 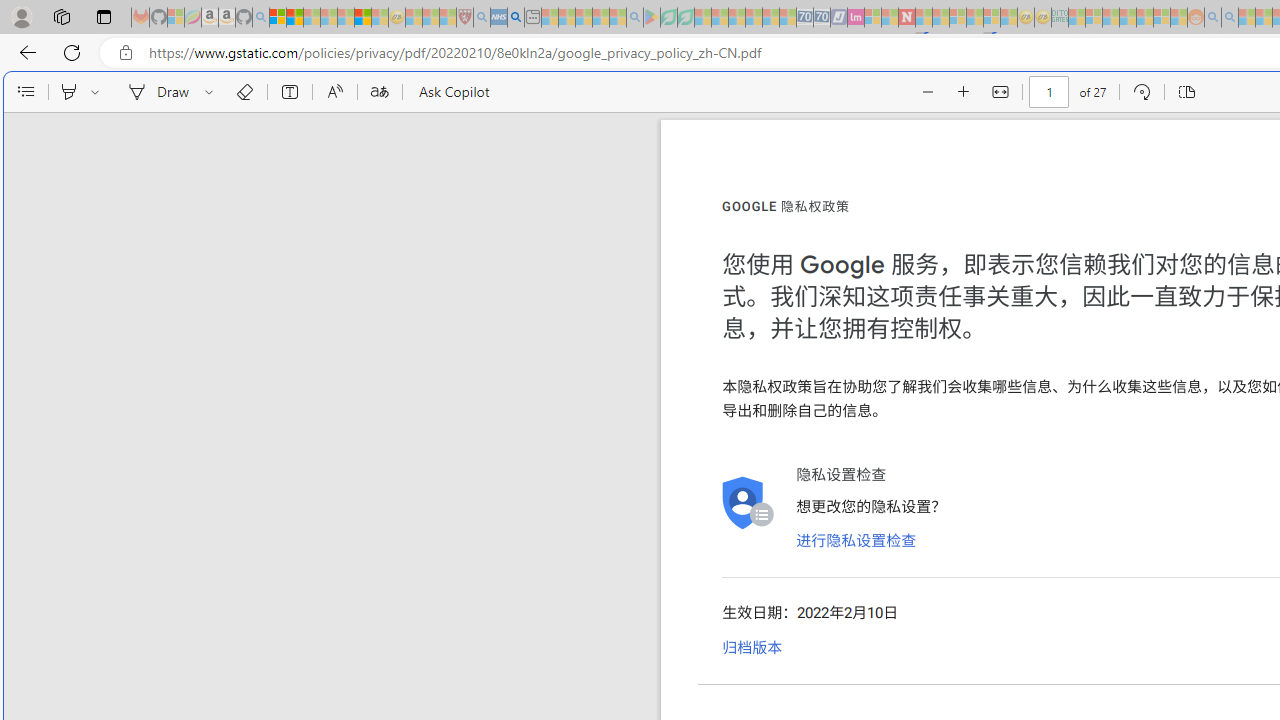 What do you see at coordinates (464, 17) in the screenshot?
I see `'Robert H. Shmerling, MD - Harvard Health - Sleeping'` at bounding box center [464, 17].